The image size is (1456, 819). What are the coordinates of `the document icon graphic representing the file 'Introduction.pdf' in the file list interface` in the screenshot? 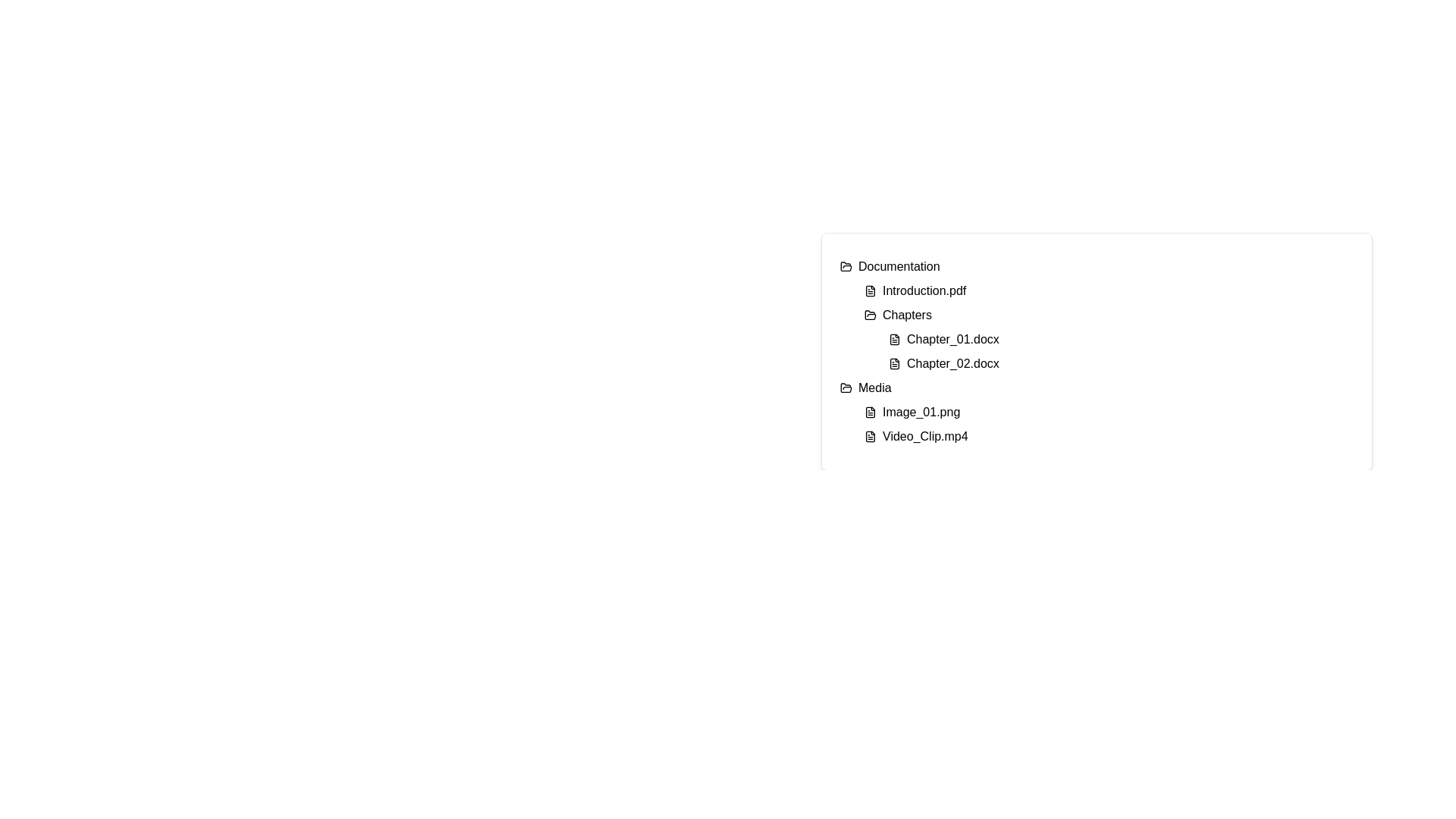 It's located at (870, 291).